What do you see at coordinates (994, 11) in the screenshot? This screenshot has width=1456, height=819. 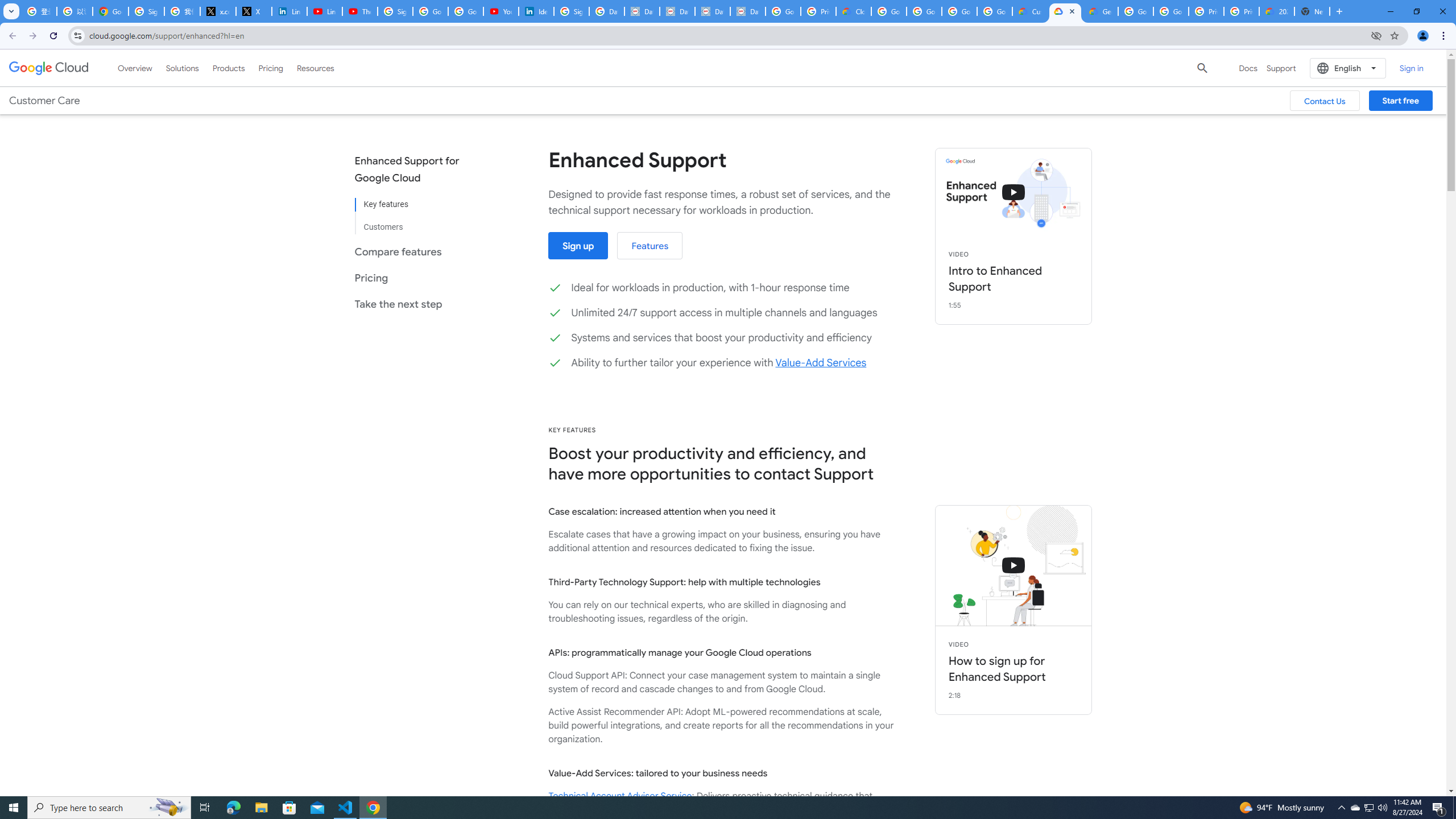 I see `'Google Workspace - Specific Terms'` at bounding box center [994, 11].